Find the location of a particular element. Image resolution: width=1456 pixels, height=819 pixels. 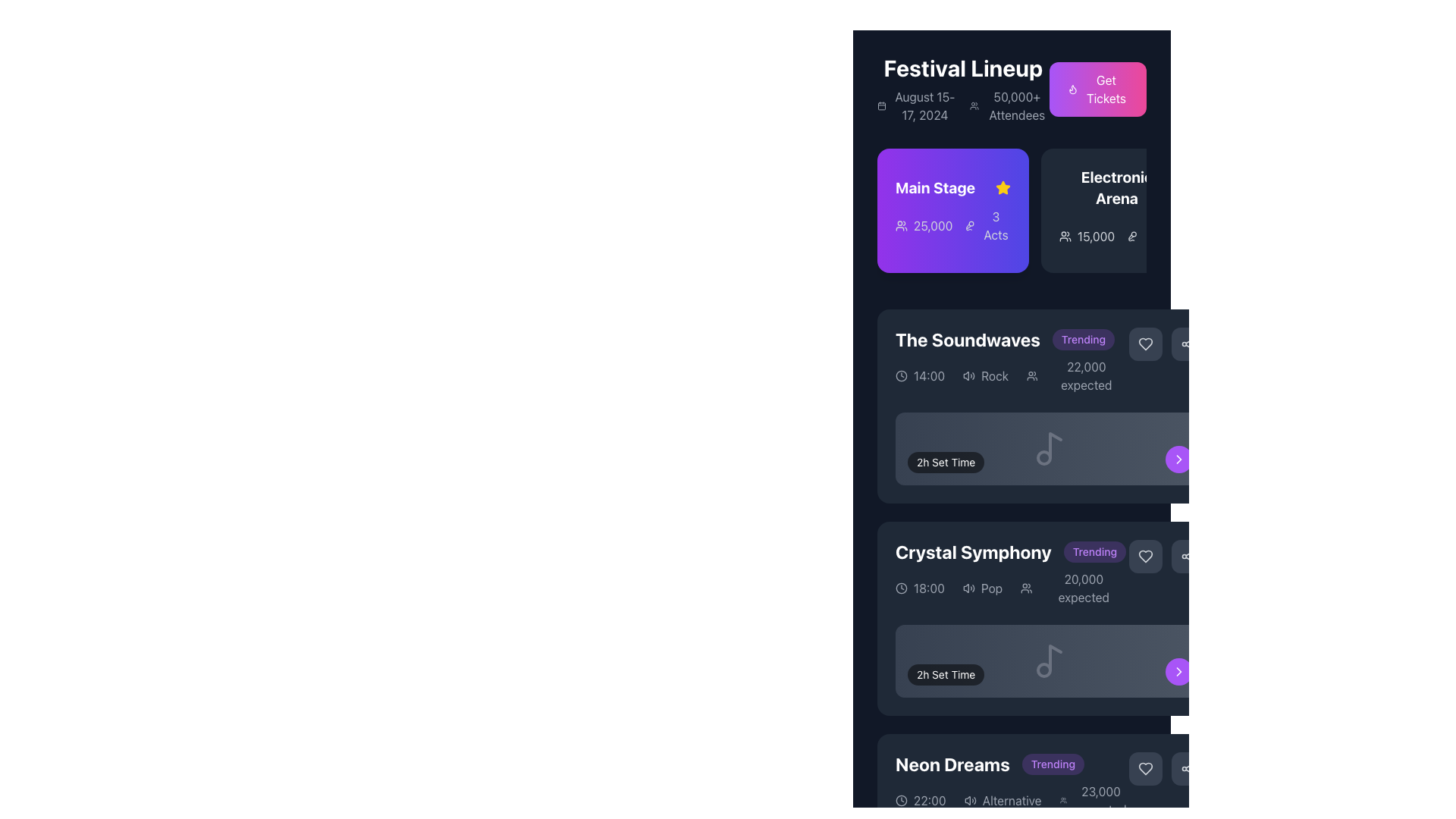

text content of the element displaying 'August 15-17, 2024 50,000+ Attendees', which is styled in light gray on a dark background, located below the 'Festival Lineup' title is located at coordinates (962, 105).